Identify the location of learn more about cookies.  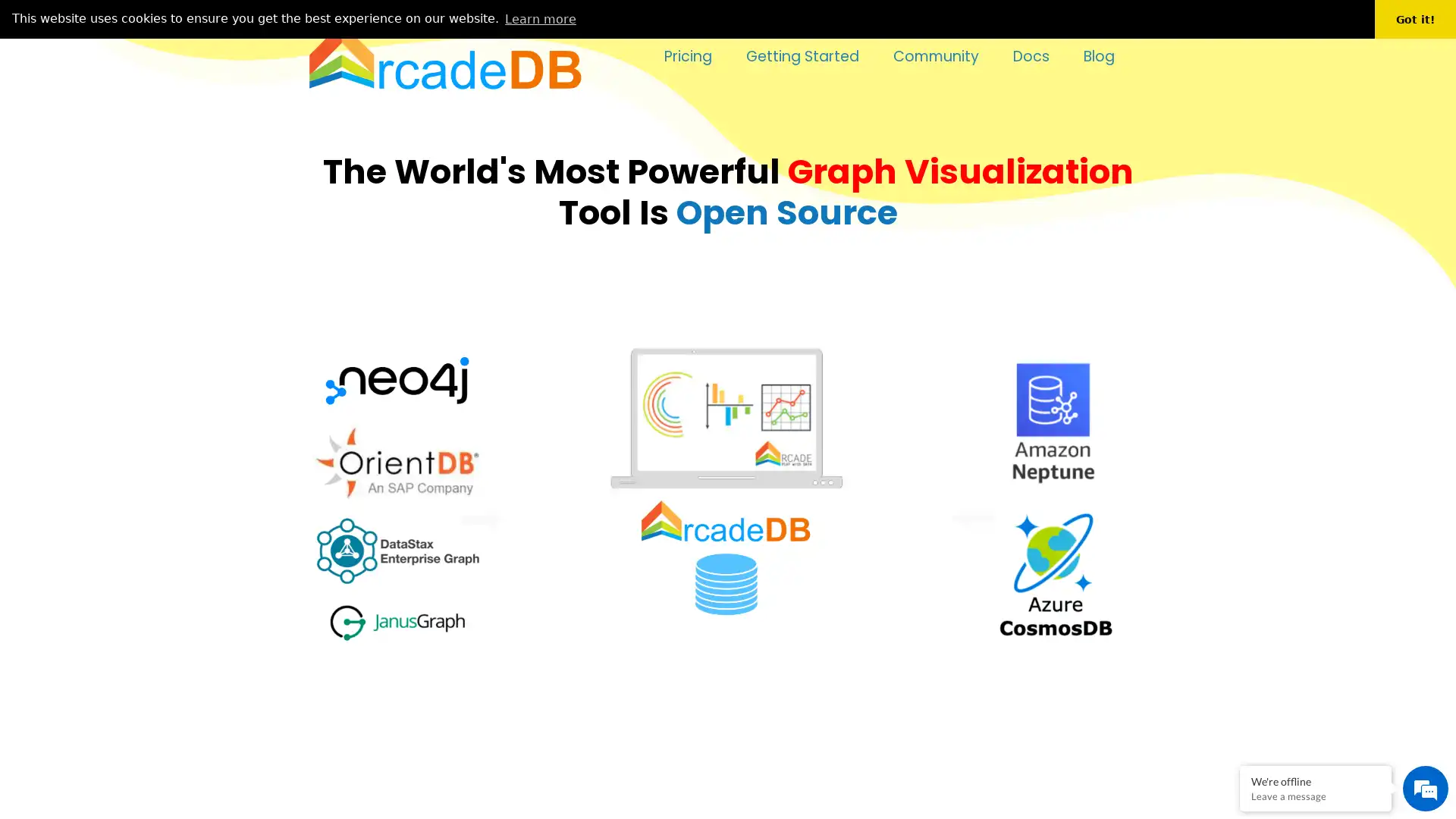
(541, 18).